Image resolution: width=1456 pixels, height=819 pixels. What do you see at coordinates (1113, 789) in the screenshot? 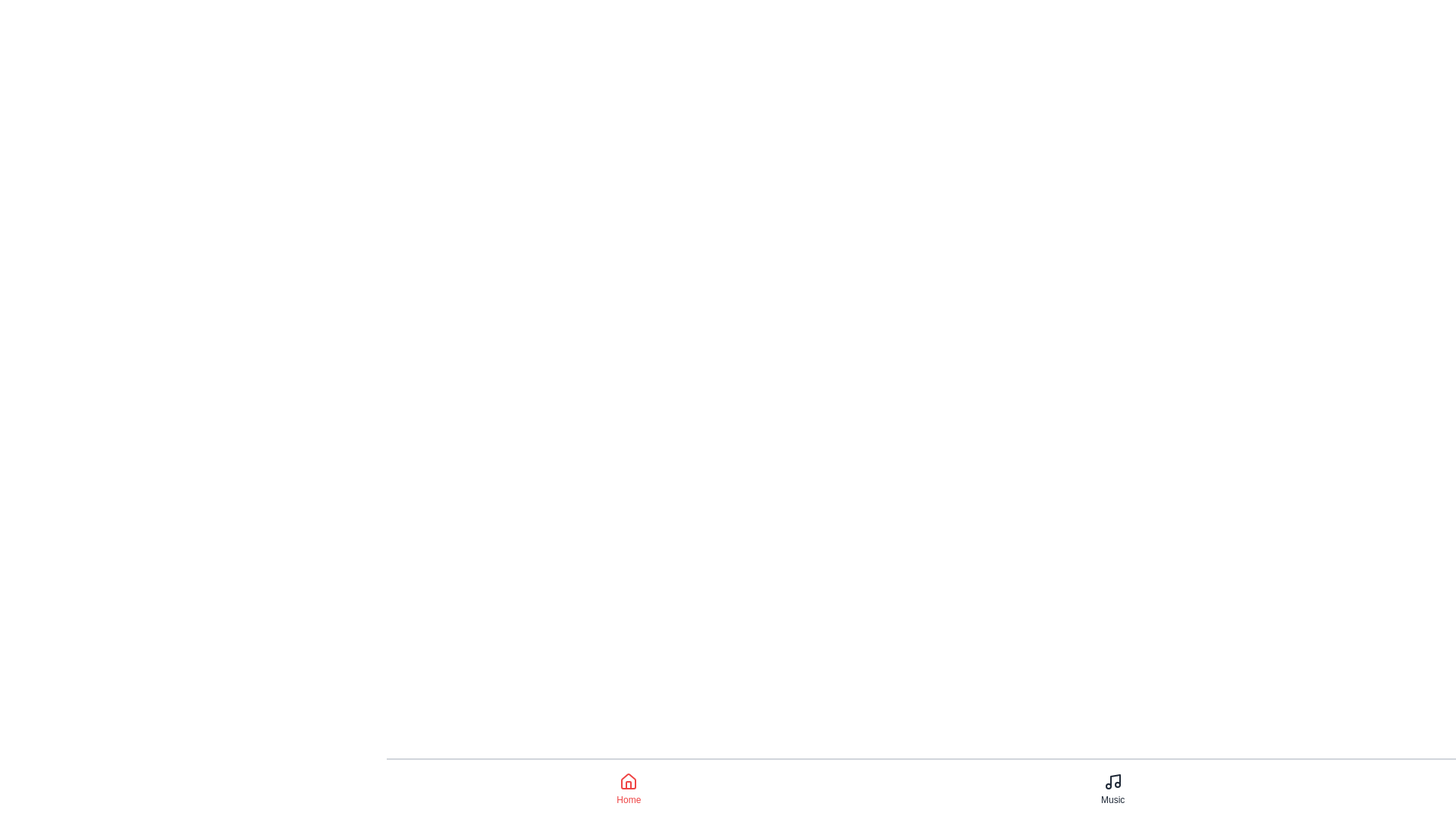
I see `the Music tab to verify its state change` at bounding box center [1113, 789].